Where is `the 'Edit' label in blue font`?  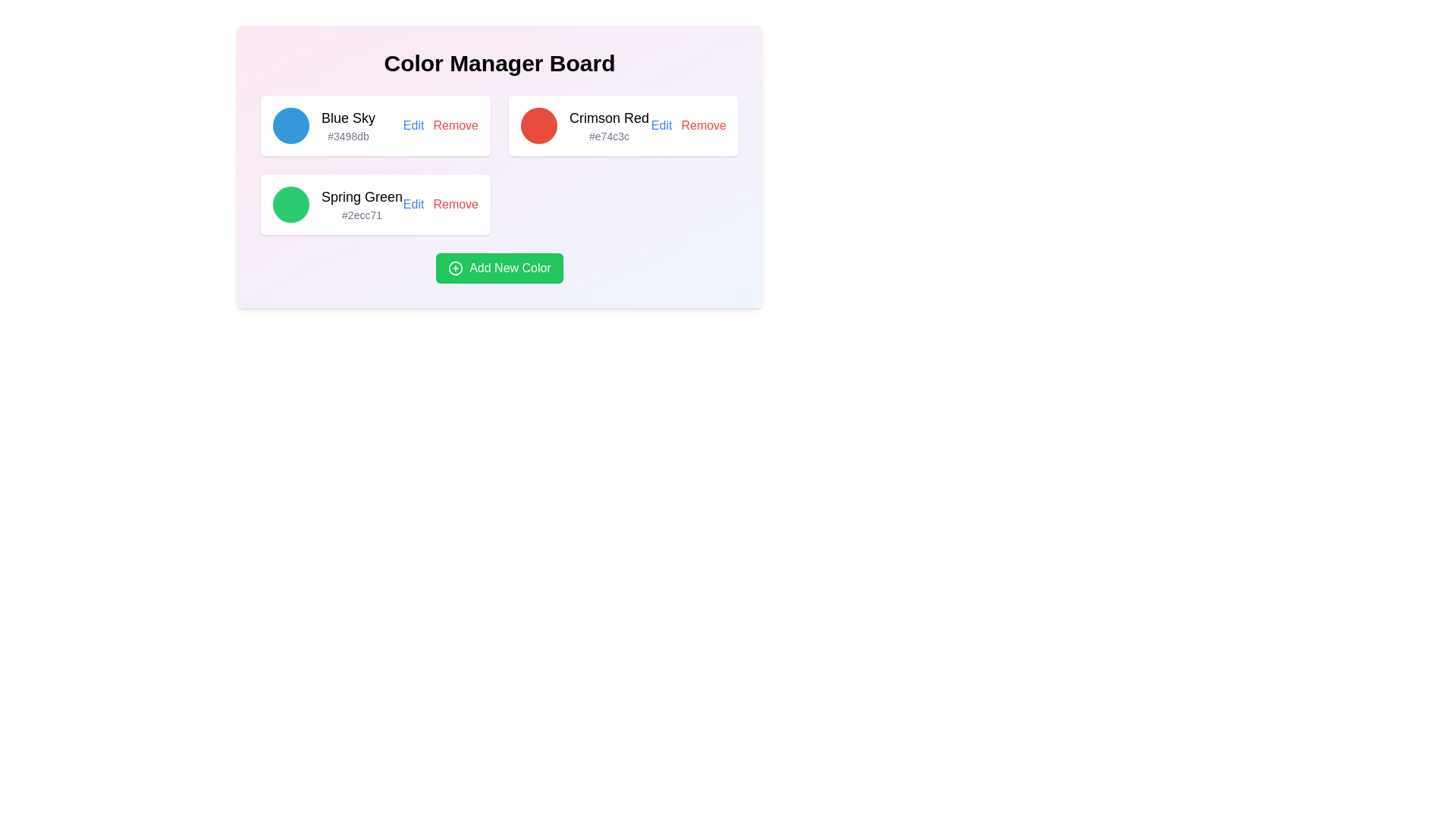
the 'Edit' label in blue font is located at coordinates (413, 205).